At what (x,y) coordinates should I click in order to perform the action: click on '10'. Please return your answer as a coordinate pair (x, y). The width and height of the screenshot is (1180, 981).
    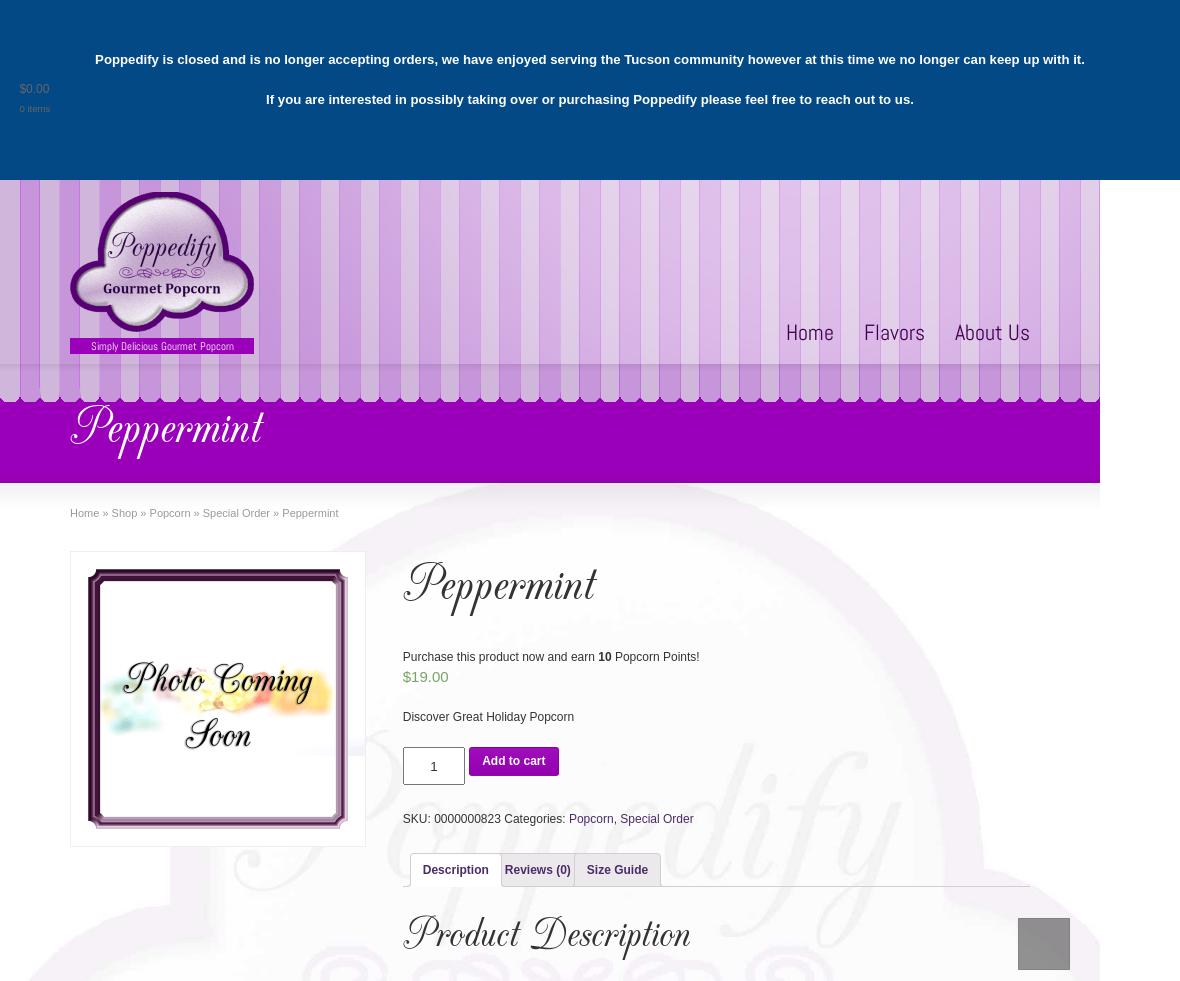
    Looking at the image, I should click on (603, 656).